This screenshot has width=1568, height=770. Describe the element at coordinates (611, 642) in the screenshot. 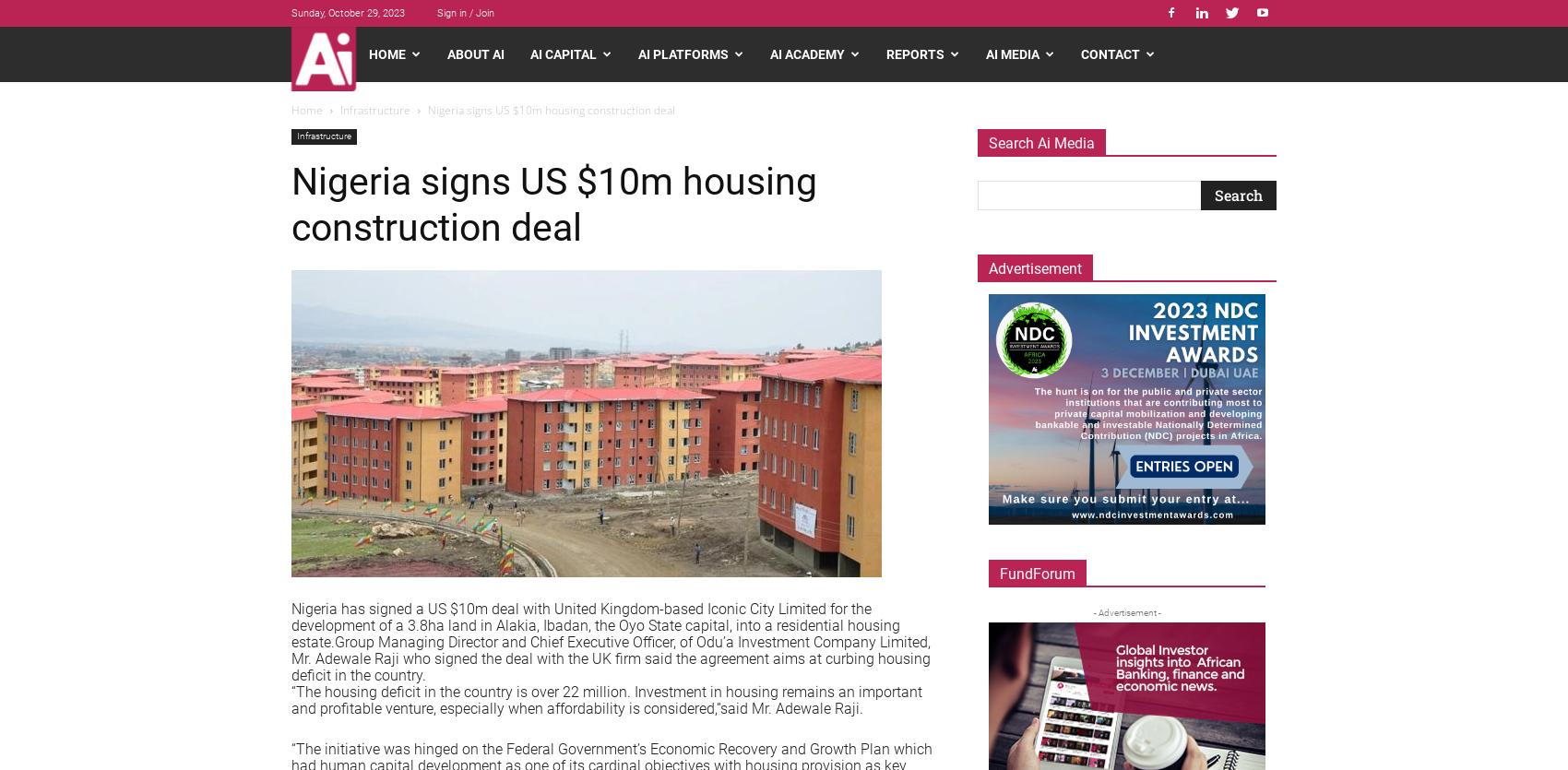

I see `'Nigeria has signed a US $10m deal with United Kingdom-based Iconic City Limited for the development of a 3.8ha land in Alakia, Ibadan, the Oyo State capital, into a residential housing estate.Group Managing Director and Chief Executive Officer, of Odu’a Investment Company Limited, Mr. Adewale Raji who signed the deal with the UK firm said the agreement aims at curbing housing deficit in the country.'` at that location.